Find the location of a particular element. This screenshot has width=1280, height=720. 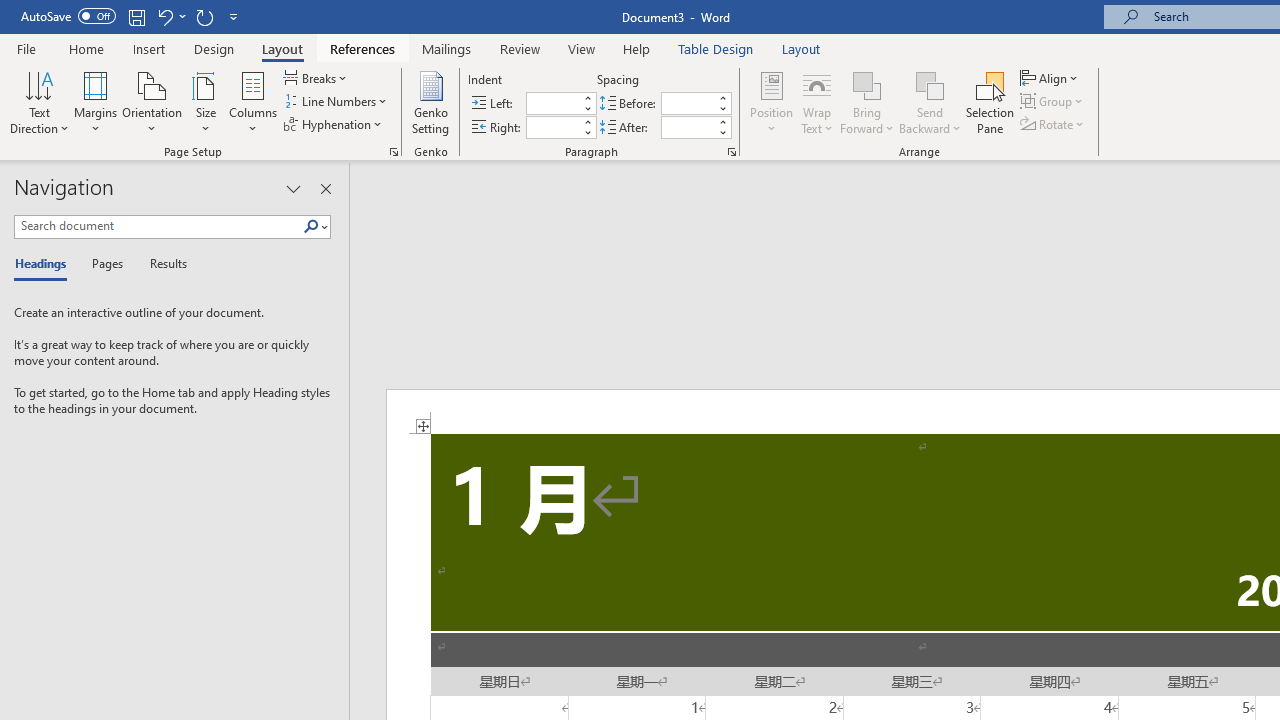

'Class: NetUIImage' is located at coordinates (310, 225).